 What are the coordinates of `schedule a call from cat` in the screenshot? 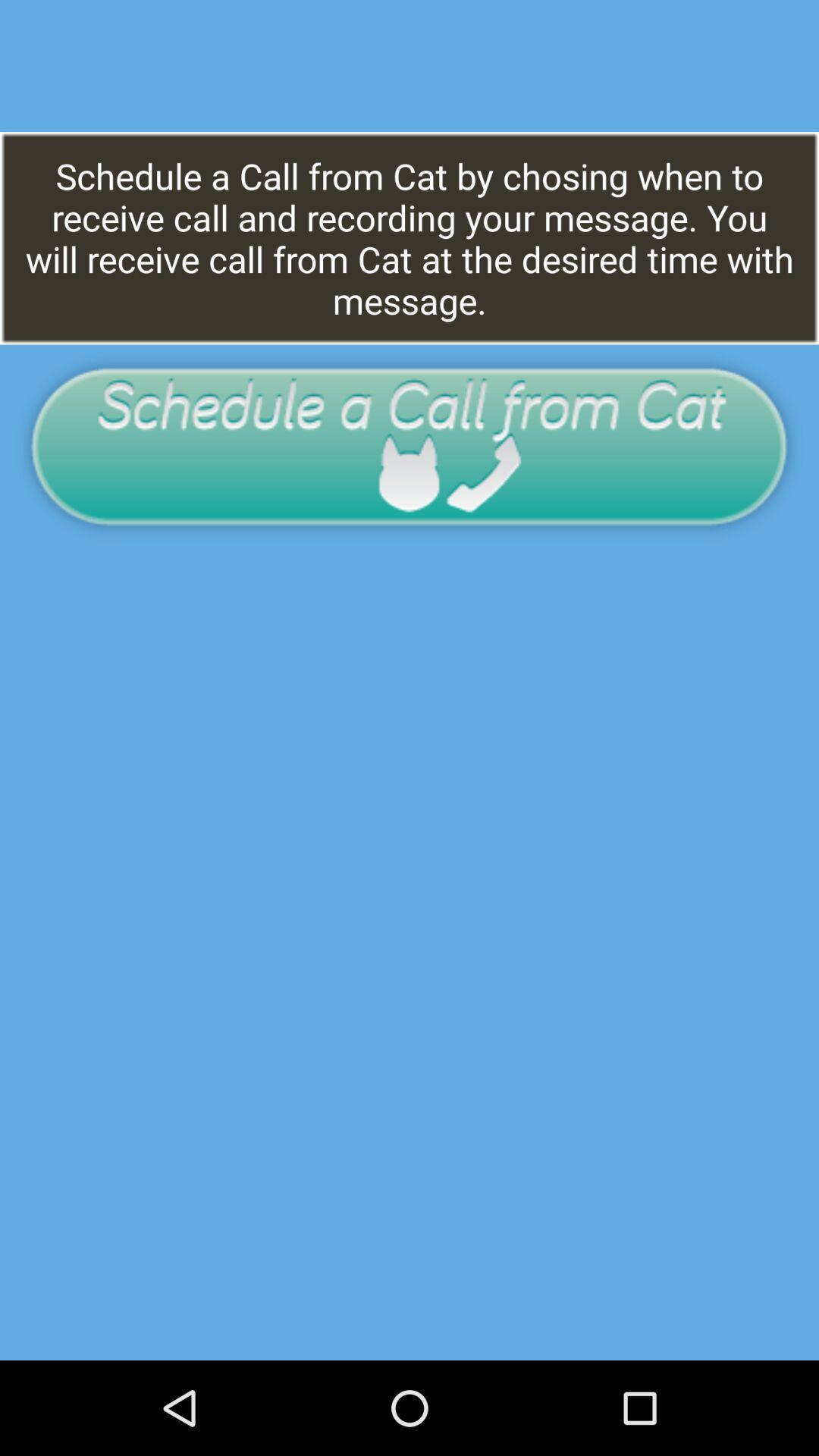 It's located at (408, 445).